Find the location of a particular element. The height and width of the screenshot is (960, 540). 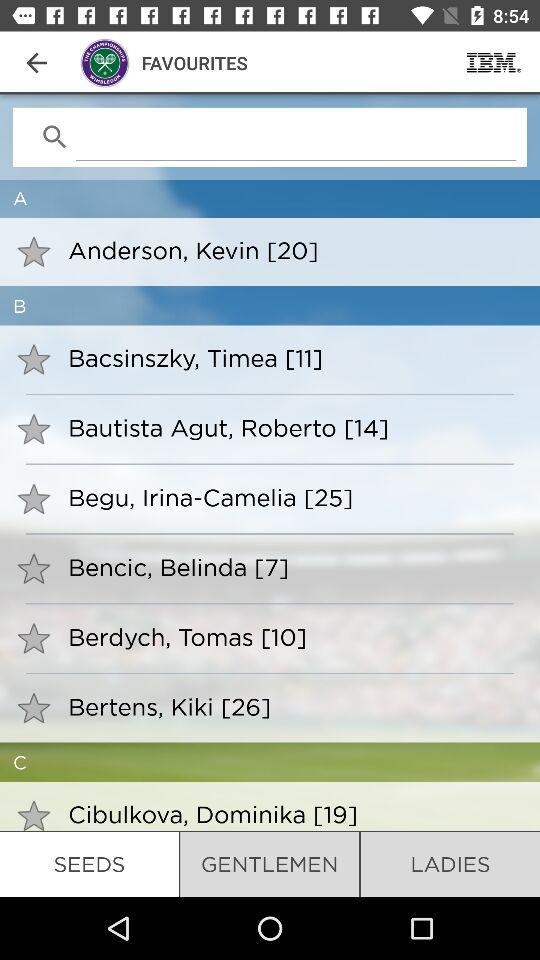

the date_range icon is located at coordinates (493, 62).